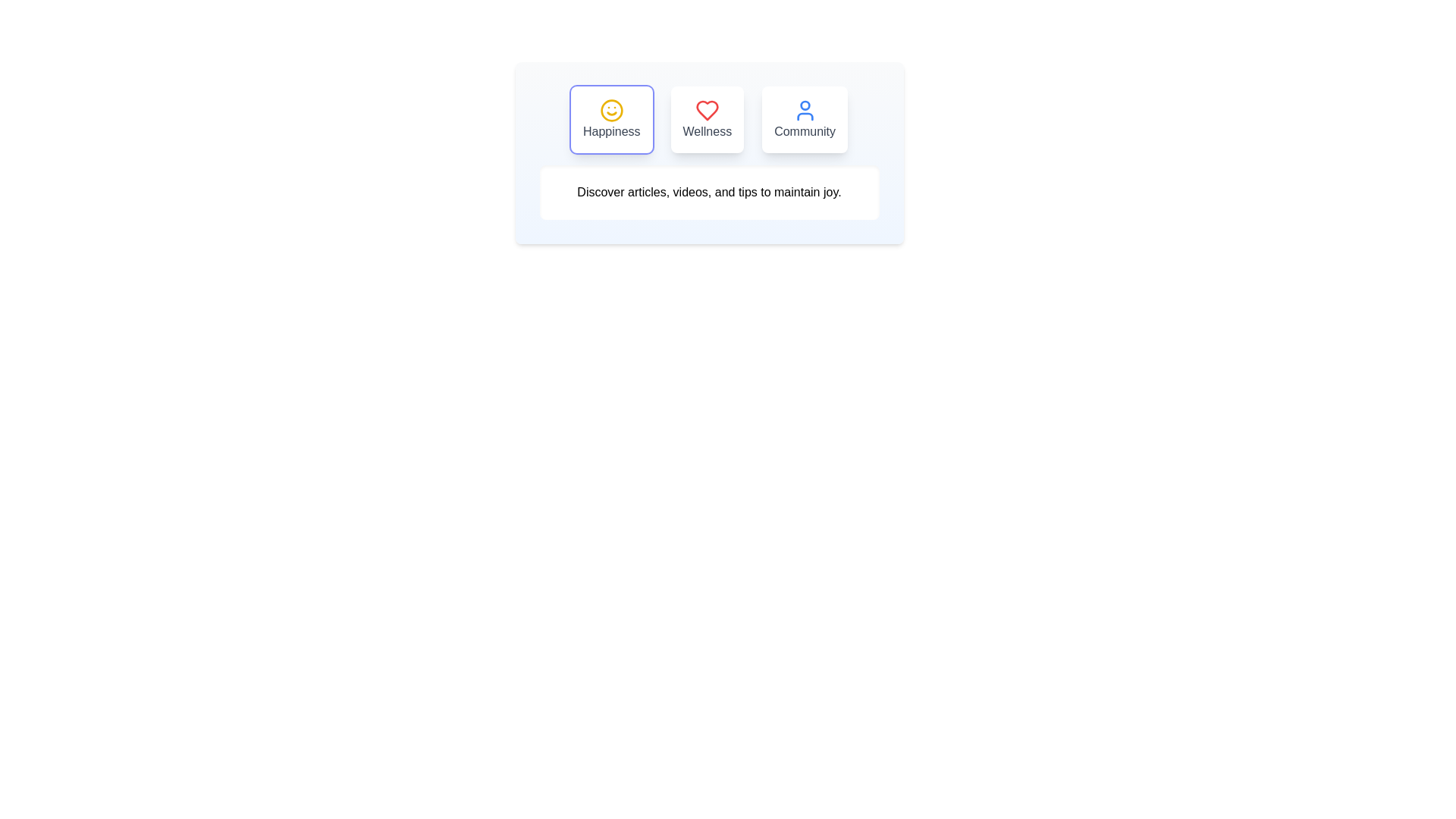 The image size is (1456, 819). I want to click on the tab labeled Wellness to observe its hover effect, so click(706, 119).